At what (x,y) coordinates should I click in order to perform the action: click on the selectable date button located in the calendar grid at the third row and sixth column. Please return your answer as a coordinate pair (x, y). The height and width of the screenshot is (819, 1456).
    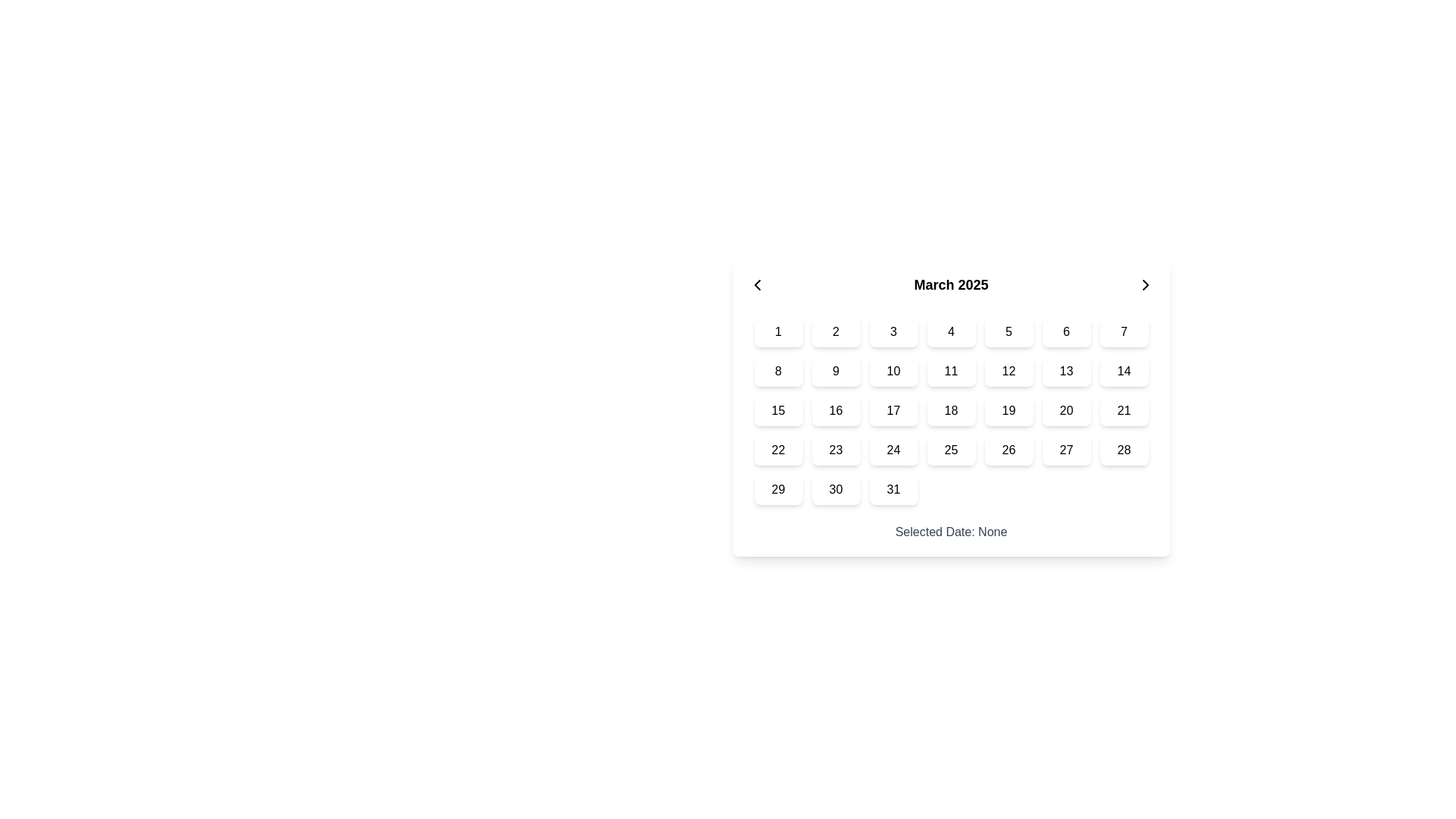
    Looking at the image, I should click on (1009, 411).